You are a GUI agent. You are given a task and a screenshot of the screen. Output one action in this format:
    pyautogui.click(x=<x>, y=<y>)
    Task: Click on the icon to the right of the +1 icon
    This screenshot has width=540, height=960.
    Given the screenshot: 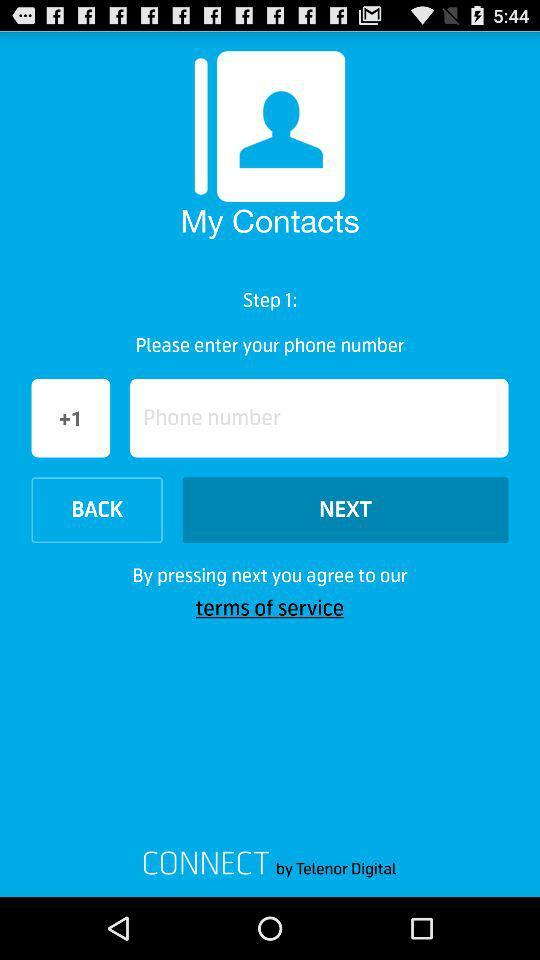 What is the action you would take?
    pyautogui.click(x=319, y=417)
    